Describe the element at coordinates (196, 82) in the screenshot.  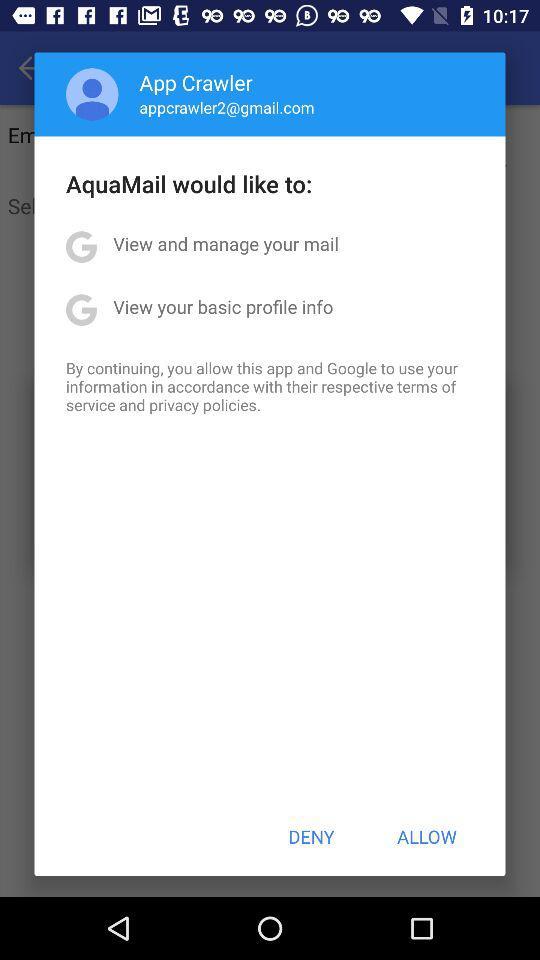
I see `the app crawler item` at that location.